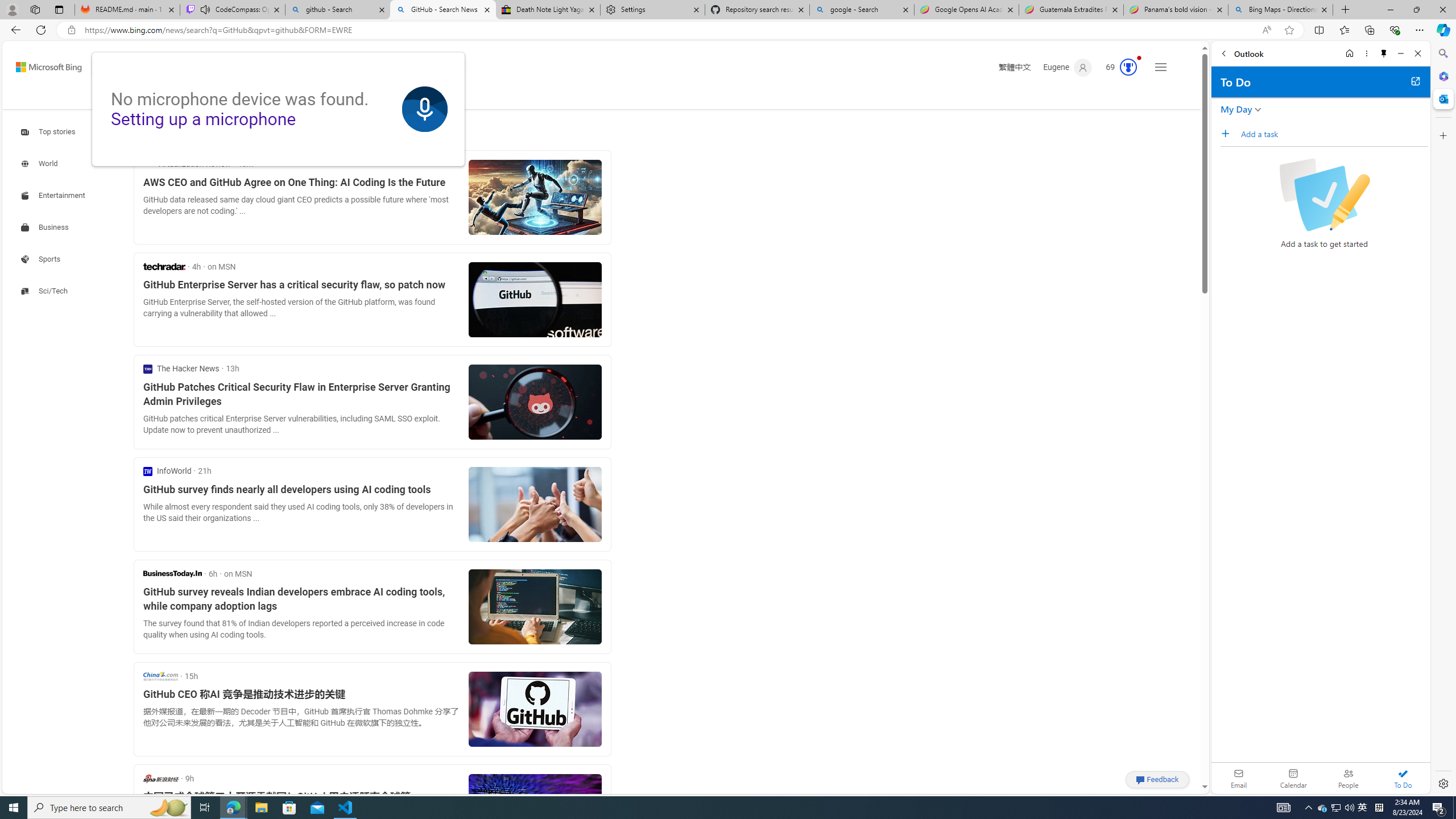 The height and width of the screenshot is (819, 1456). What do you see at coordinates (125, 96) in the screenshot?
I see `'SEARCH'` at bounding box center [125, 96].